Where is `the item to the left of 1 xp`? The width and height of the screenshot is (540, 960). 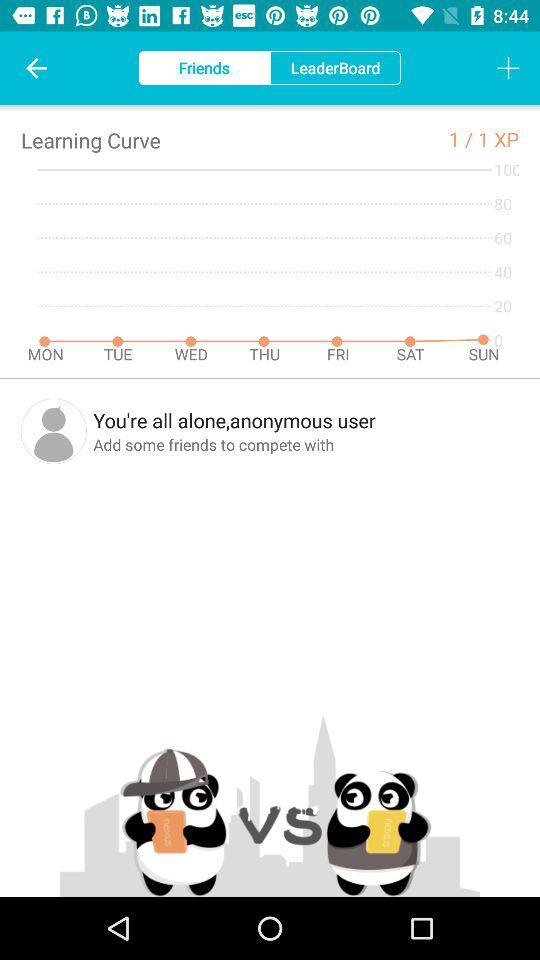 the item to the left of 1 xp is located at coordinates (463, 138).